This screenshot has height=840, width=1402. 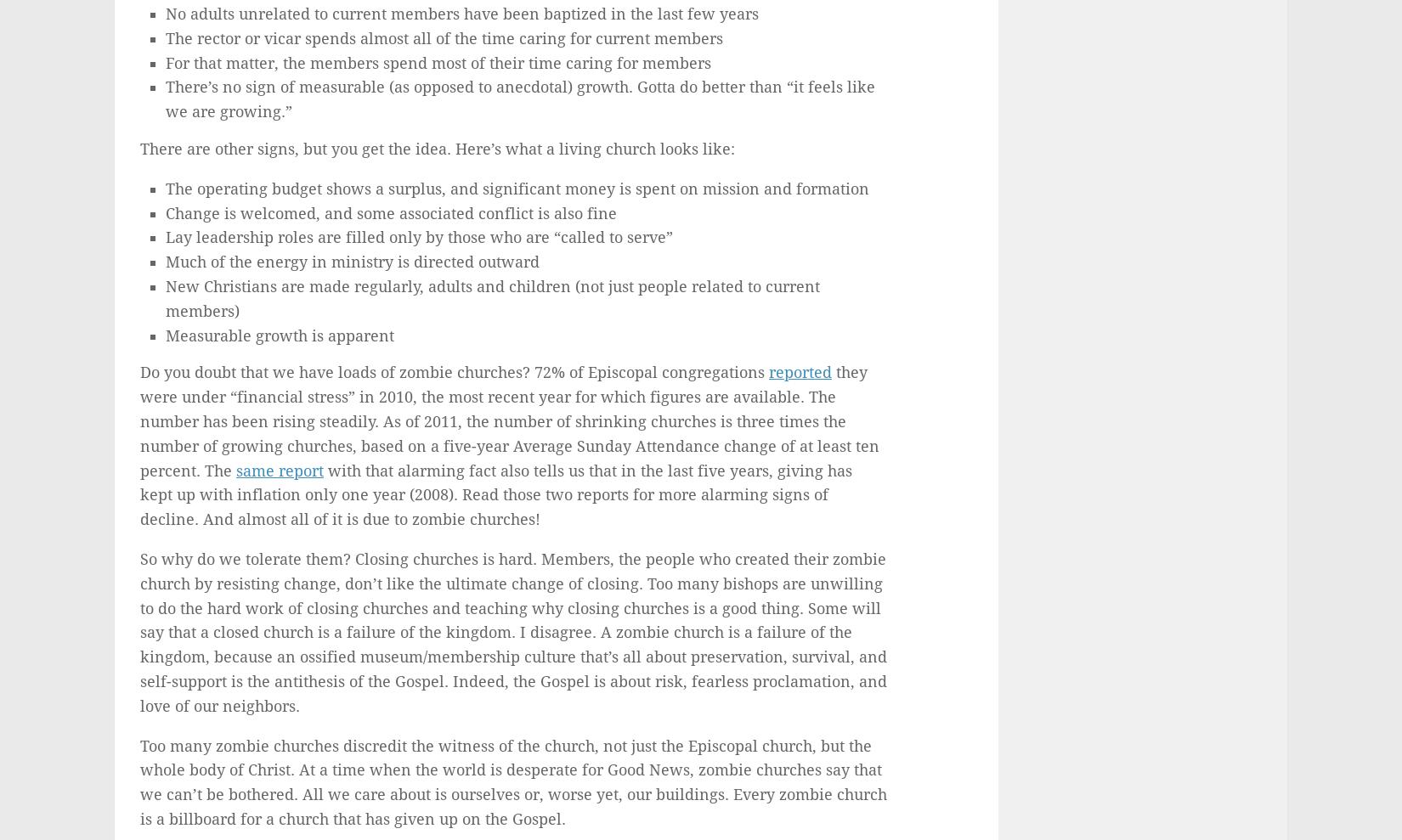 I want to click on 'The rector or vicar spends almost all of the time caring for current members', so click(x=444, y=37).